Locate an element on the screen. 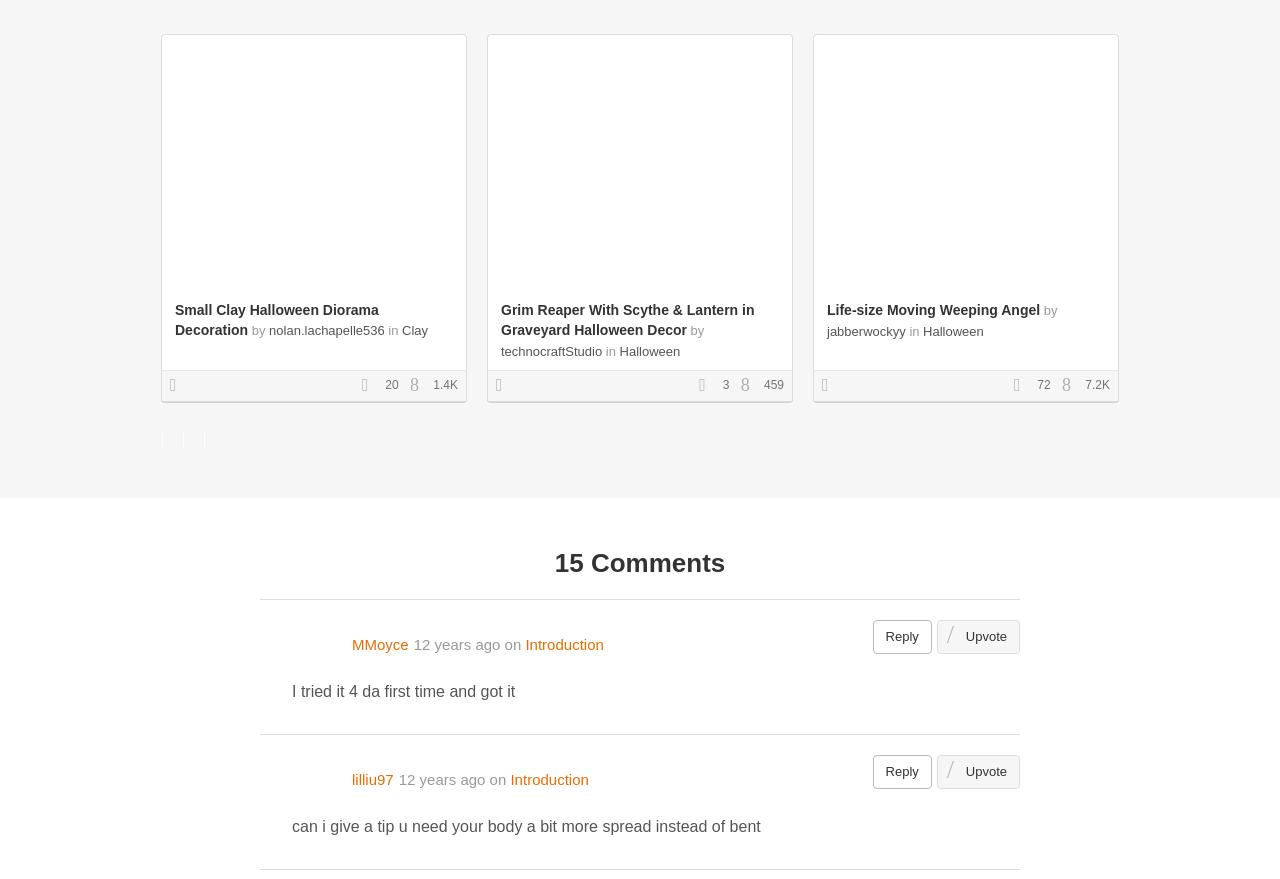  '3' is located at coordinates (718, 385).